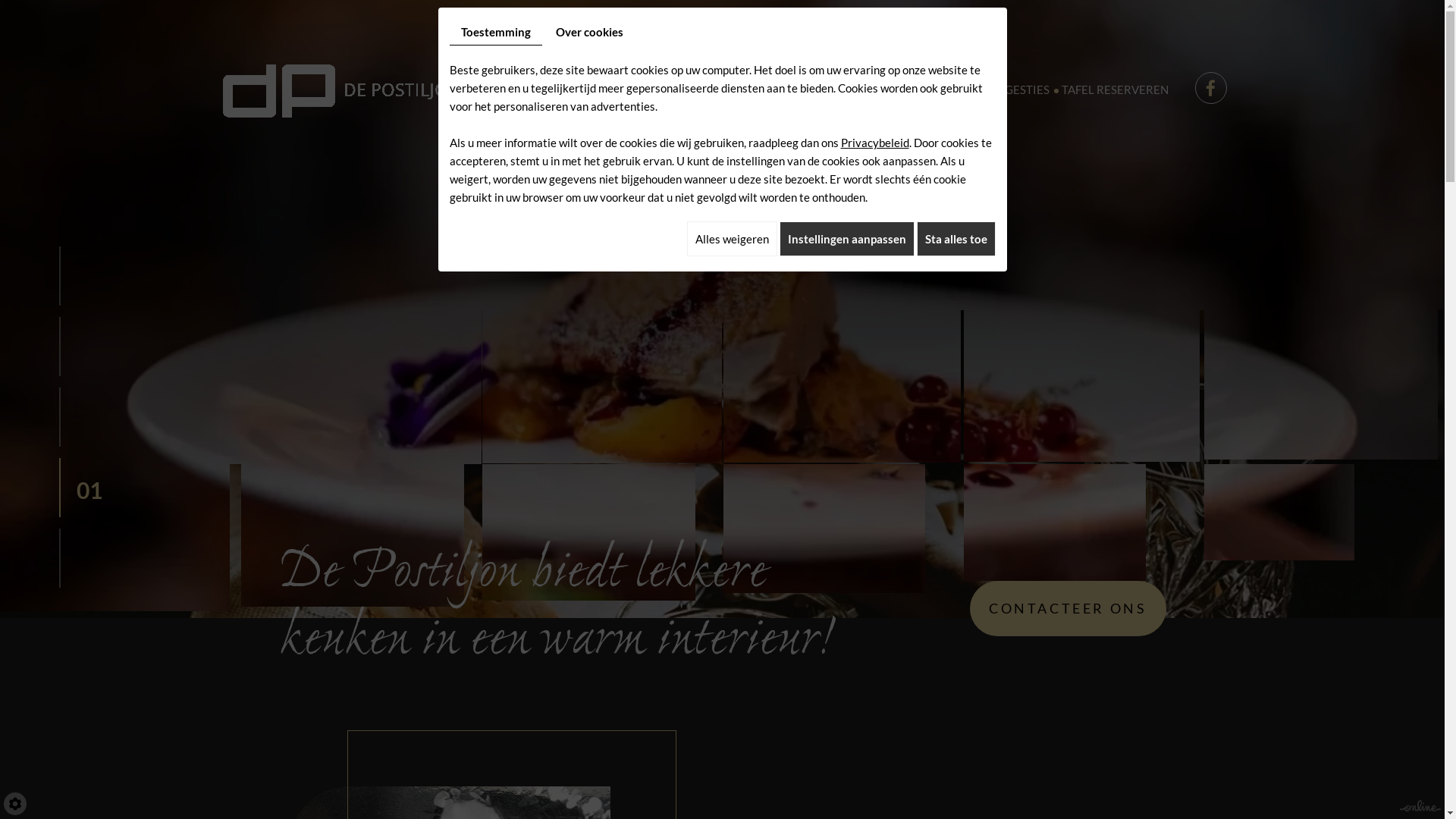 The width and height of the screenshot is (1456, 819). I want to click on 'Alles weigeren', so click(732, 239).